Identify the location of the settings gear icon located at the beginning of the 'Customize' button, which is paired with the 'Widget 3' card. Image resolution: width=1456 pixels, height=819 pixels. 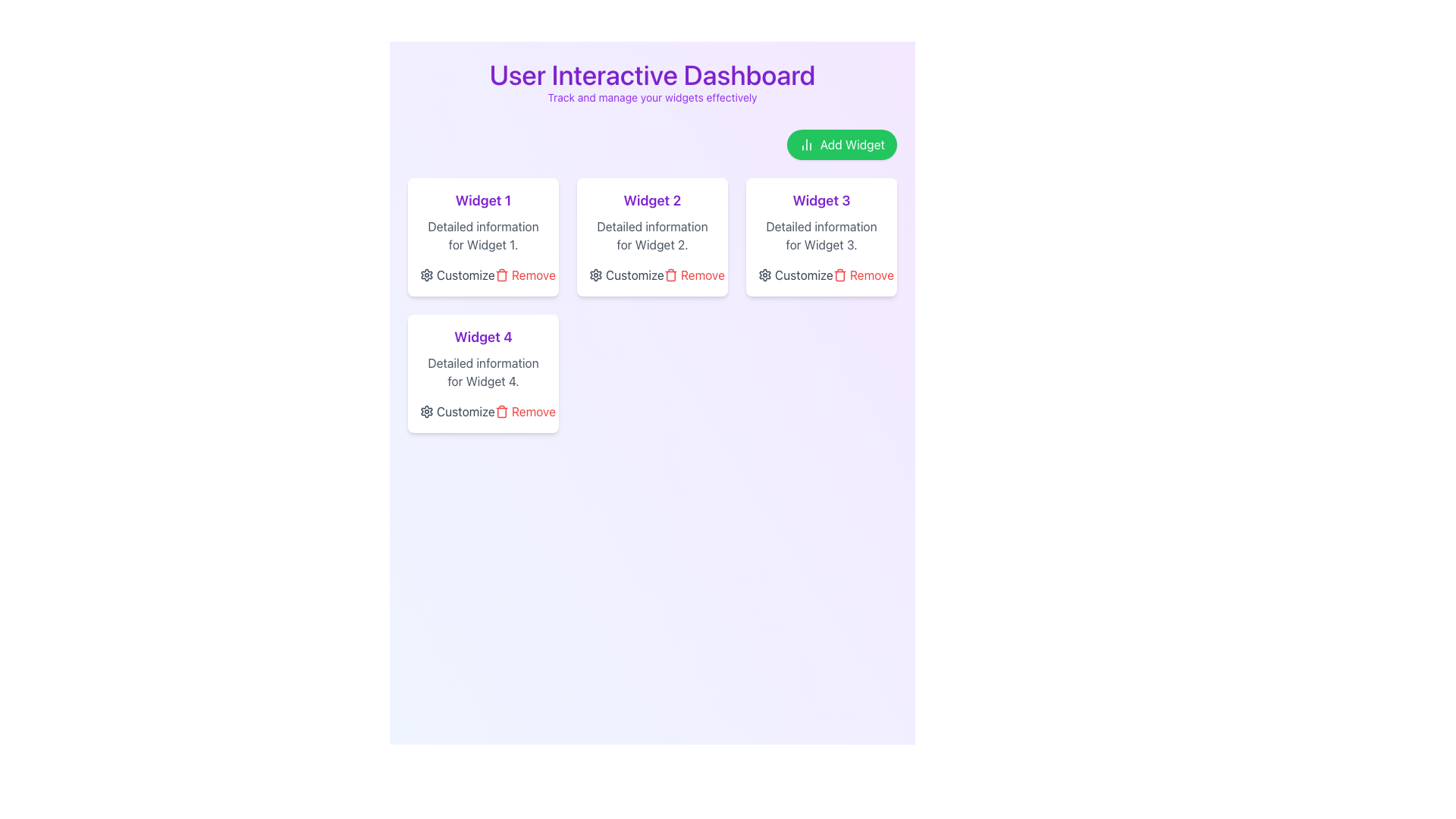
(764, 275).